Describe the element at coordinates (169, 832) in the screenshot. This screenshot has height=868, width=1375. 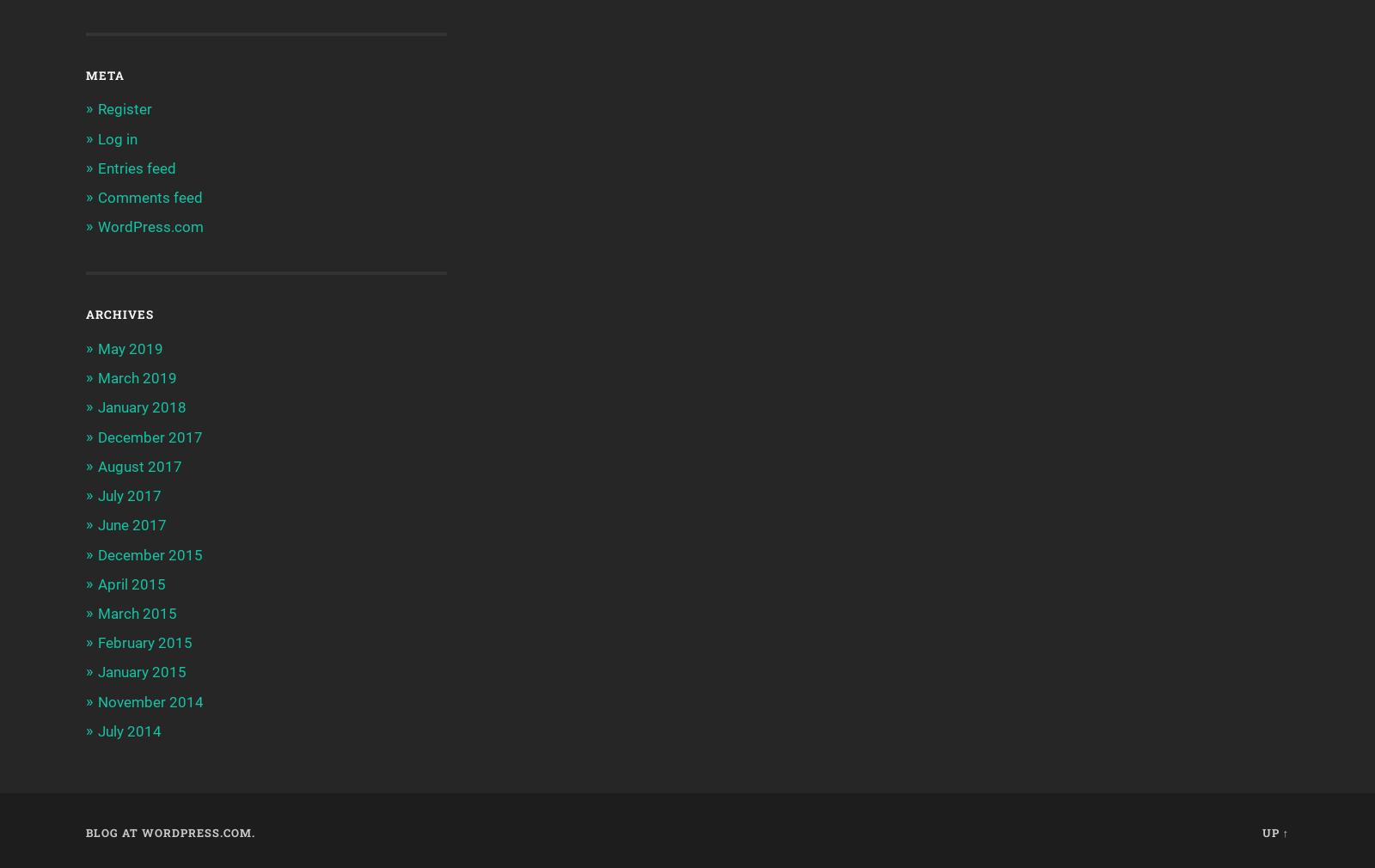
I see `'Blog at WordPress.com.'` at that location.